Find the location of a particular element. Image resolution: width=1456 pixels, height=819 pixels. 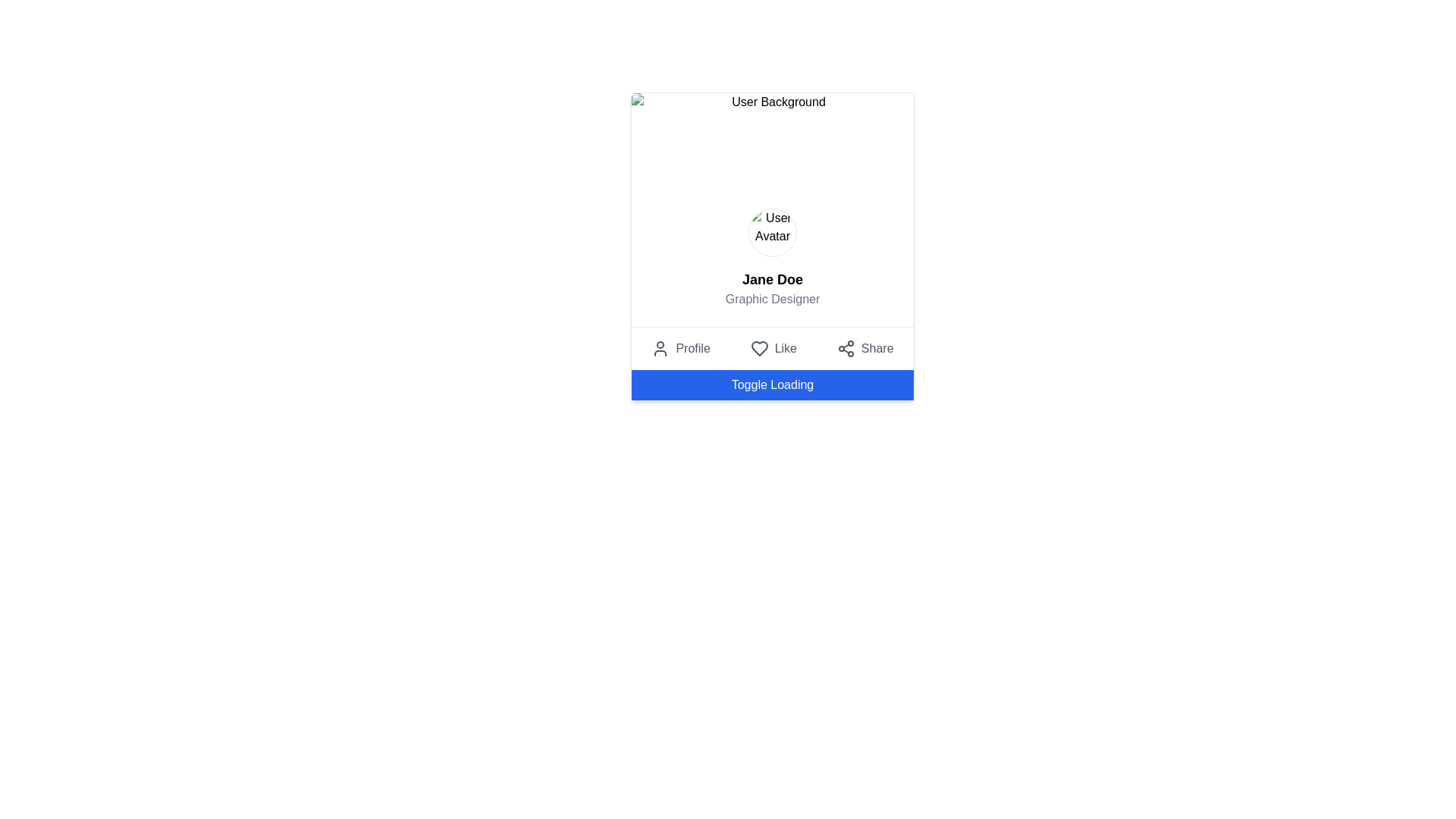

the Profile card with text and image located in the middle of the card, displaying the user's identity including their name and professional title is located at coordinates (772, 257).